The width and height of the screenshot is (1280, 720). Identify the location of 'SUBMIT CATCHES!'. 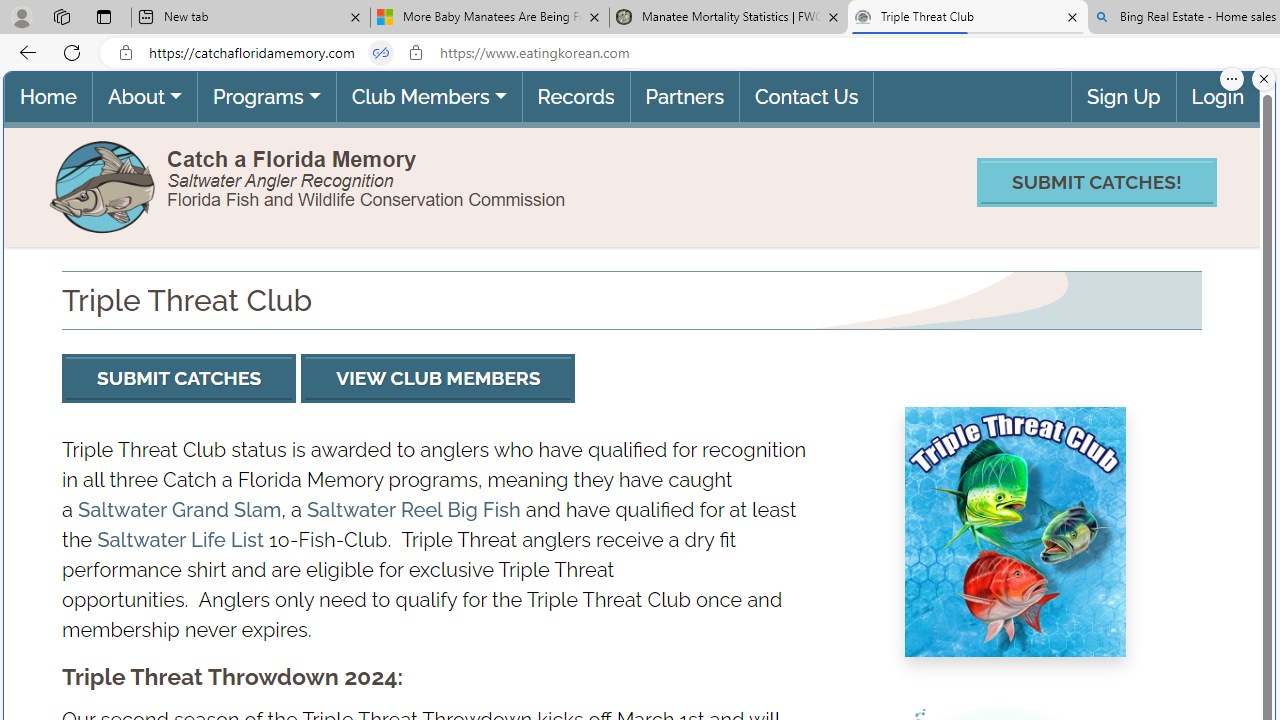
(1095, 182).